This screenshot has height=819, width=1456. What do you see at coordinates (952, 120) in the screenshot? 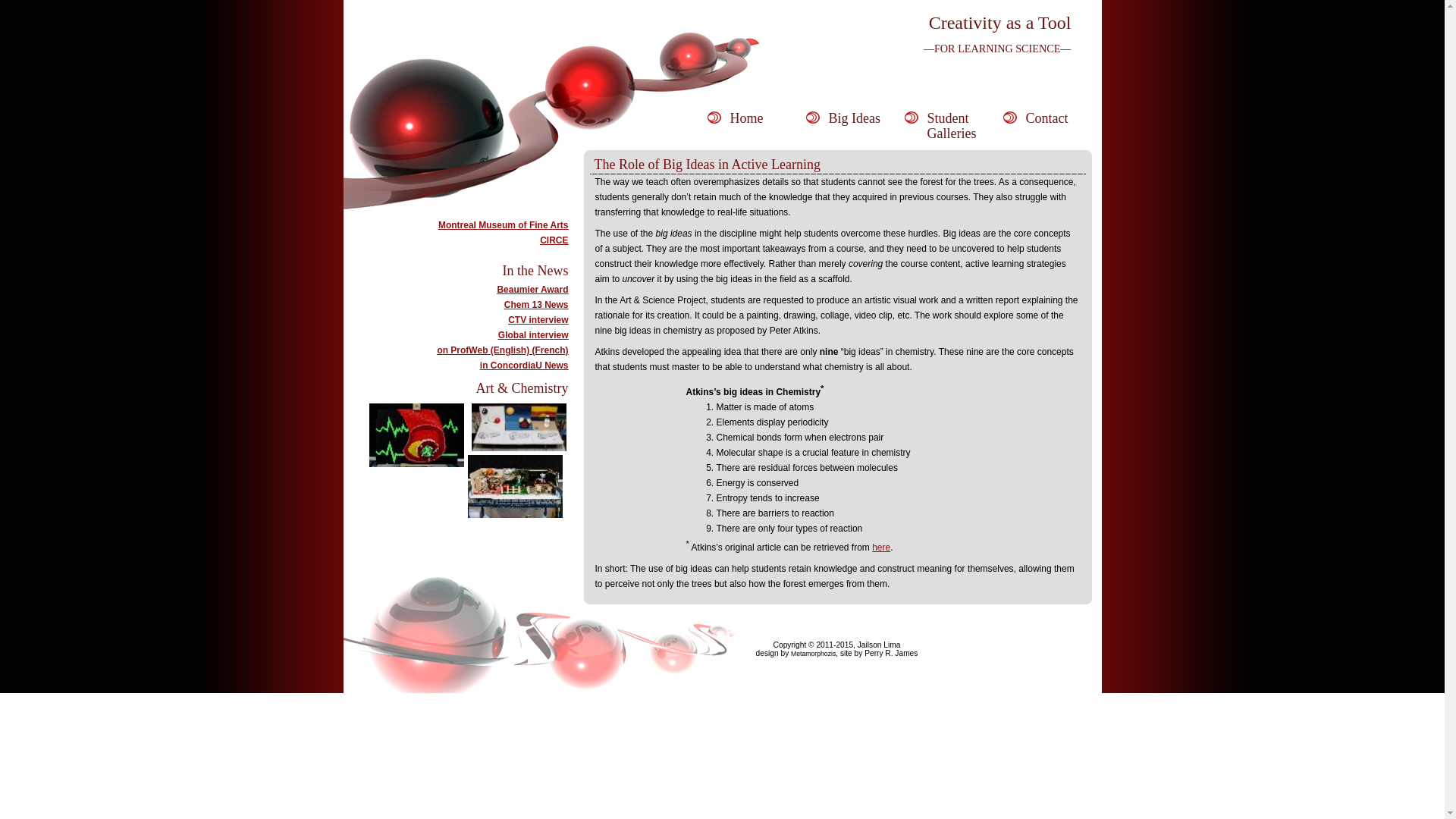
I see `'Student Galleries'` at bounding box center [952, 120].